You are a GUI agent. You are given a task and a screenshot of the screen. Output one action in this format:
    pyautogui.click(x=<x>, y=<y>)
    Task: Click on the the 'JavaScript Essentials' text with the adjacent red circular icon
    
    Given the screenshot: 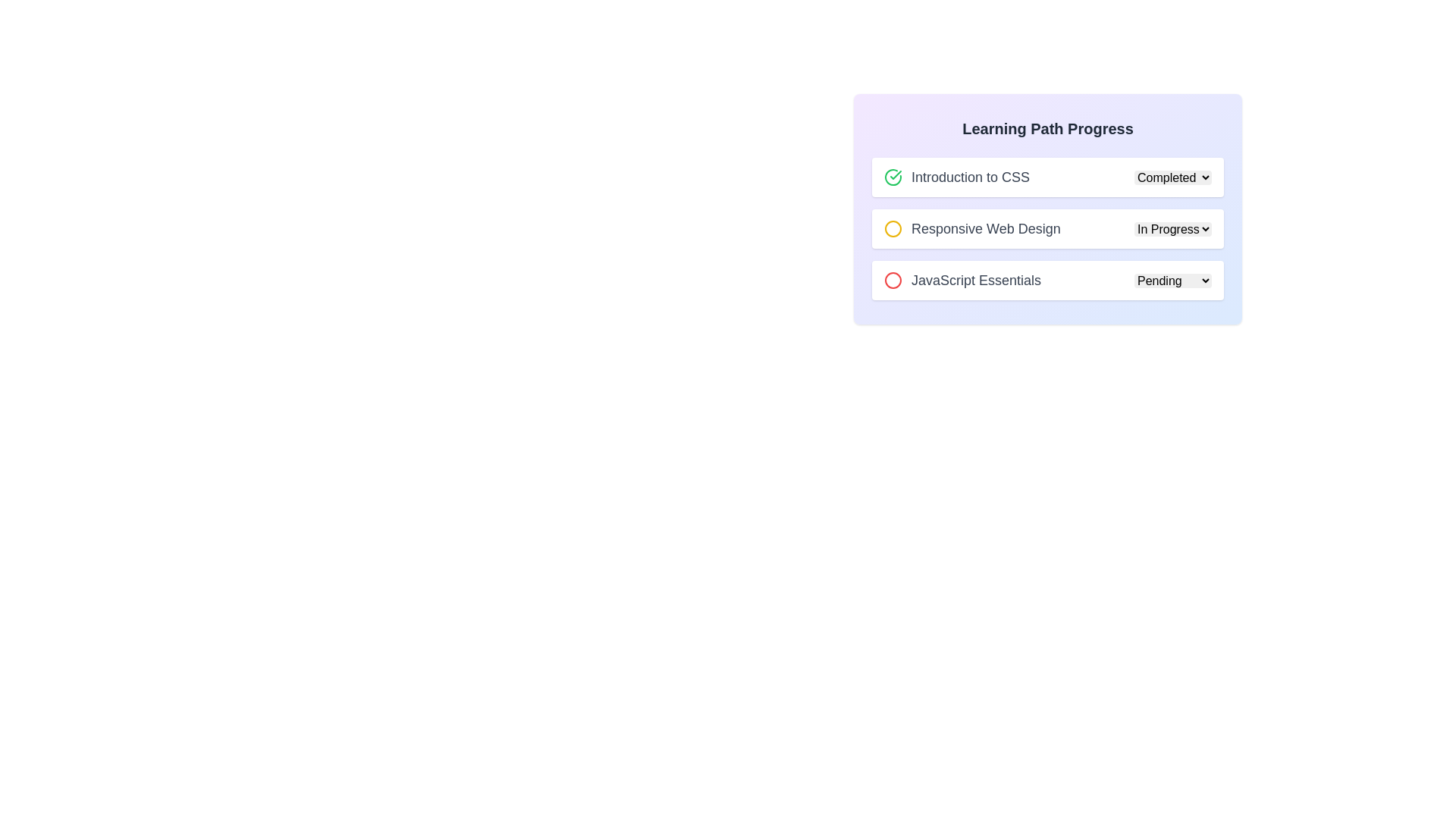 What is the action you would take?
    pyautogui.click(x=962, y=281)
    